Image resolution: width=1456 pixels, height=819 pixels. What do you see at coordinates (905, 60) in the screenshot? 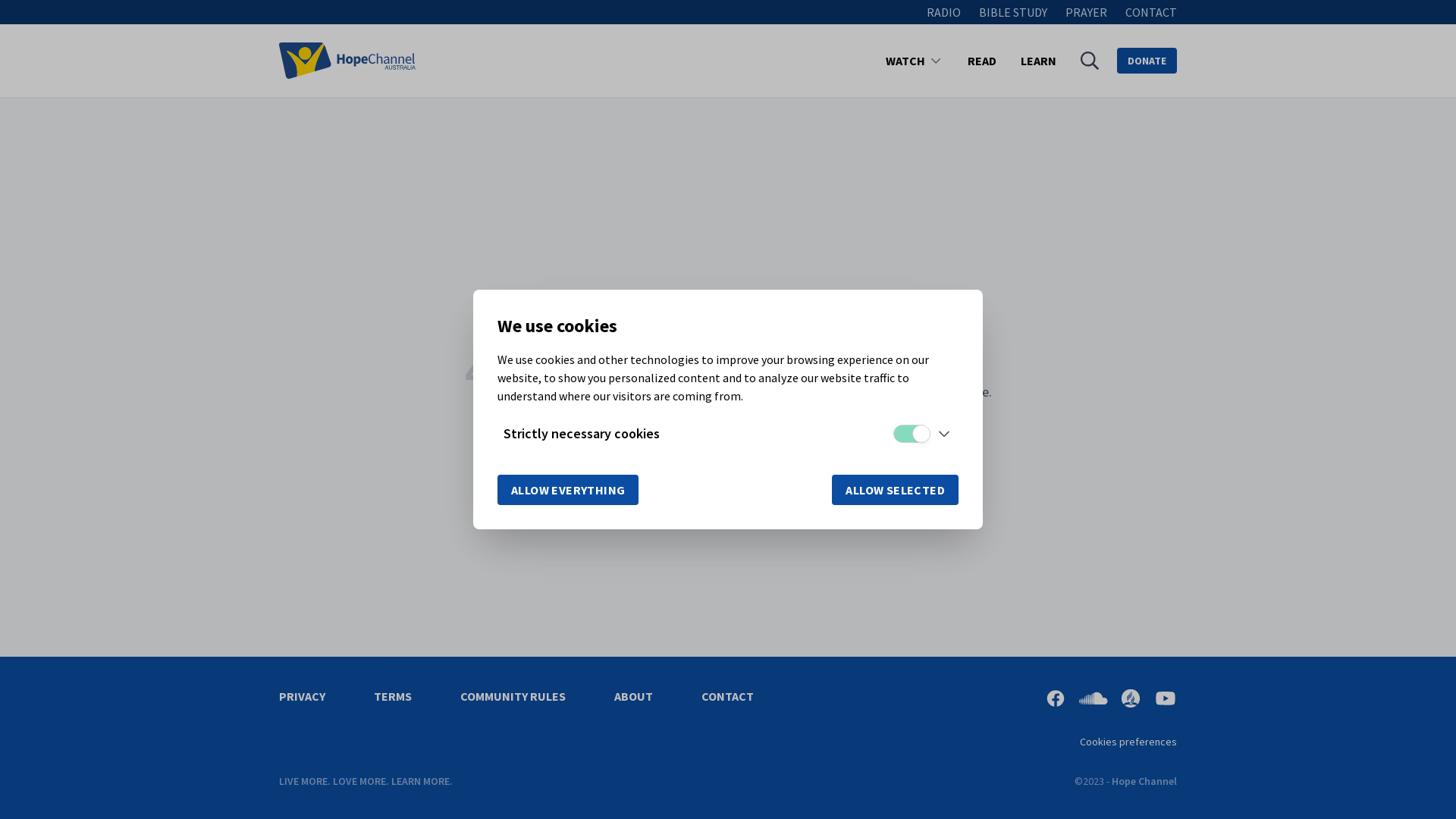
I see `'WATCH'` at bounding box center [905, 60].